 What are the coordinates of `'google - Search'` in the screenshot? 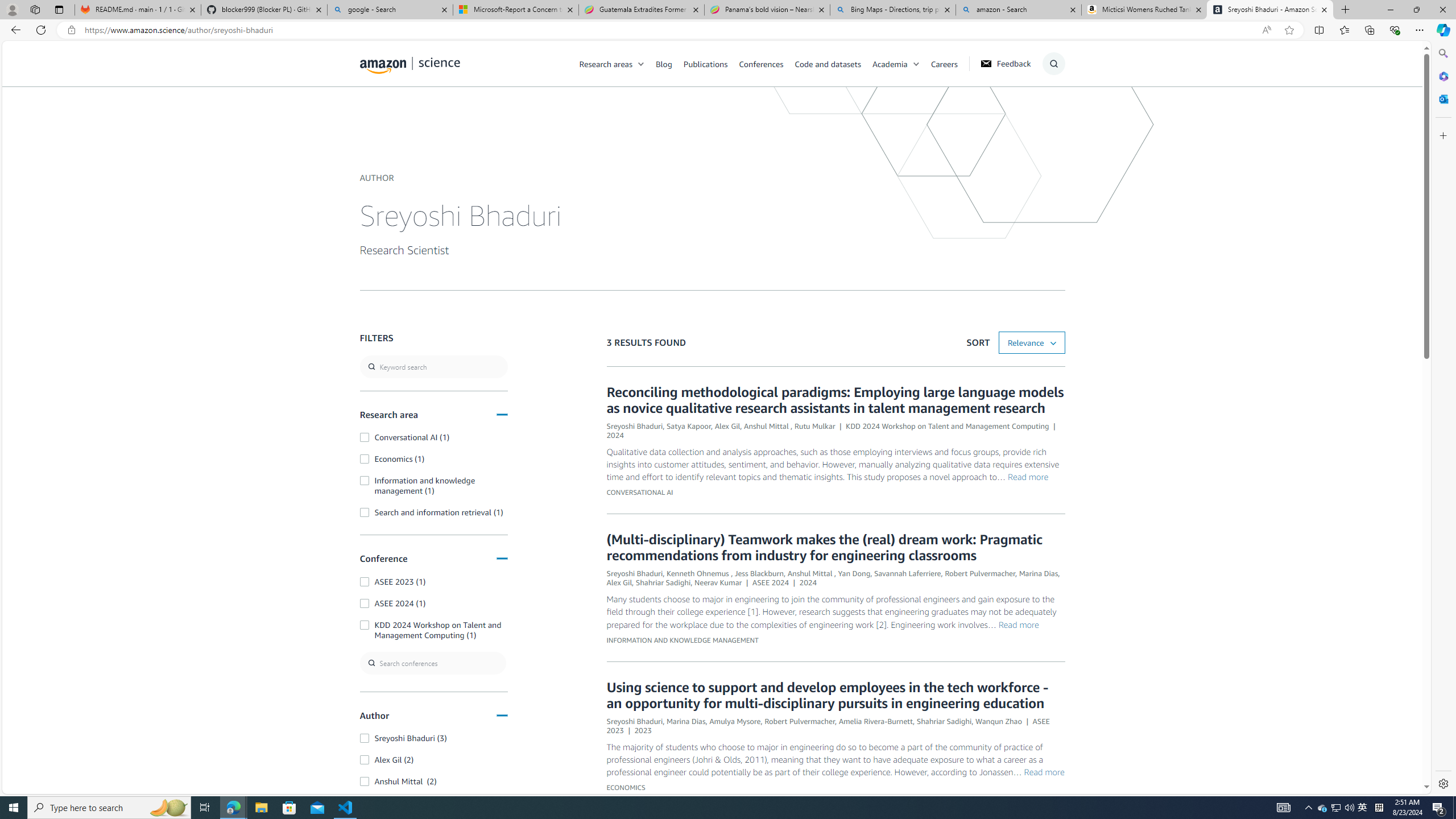 It's located at (389, 9).